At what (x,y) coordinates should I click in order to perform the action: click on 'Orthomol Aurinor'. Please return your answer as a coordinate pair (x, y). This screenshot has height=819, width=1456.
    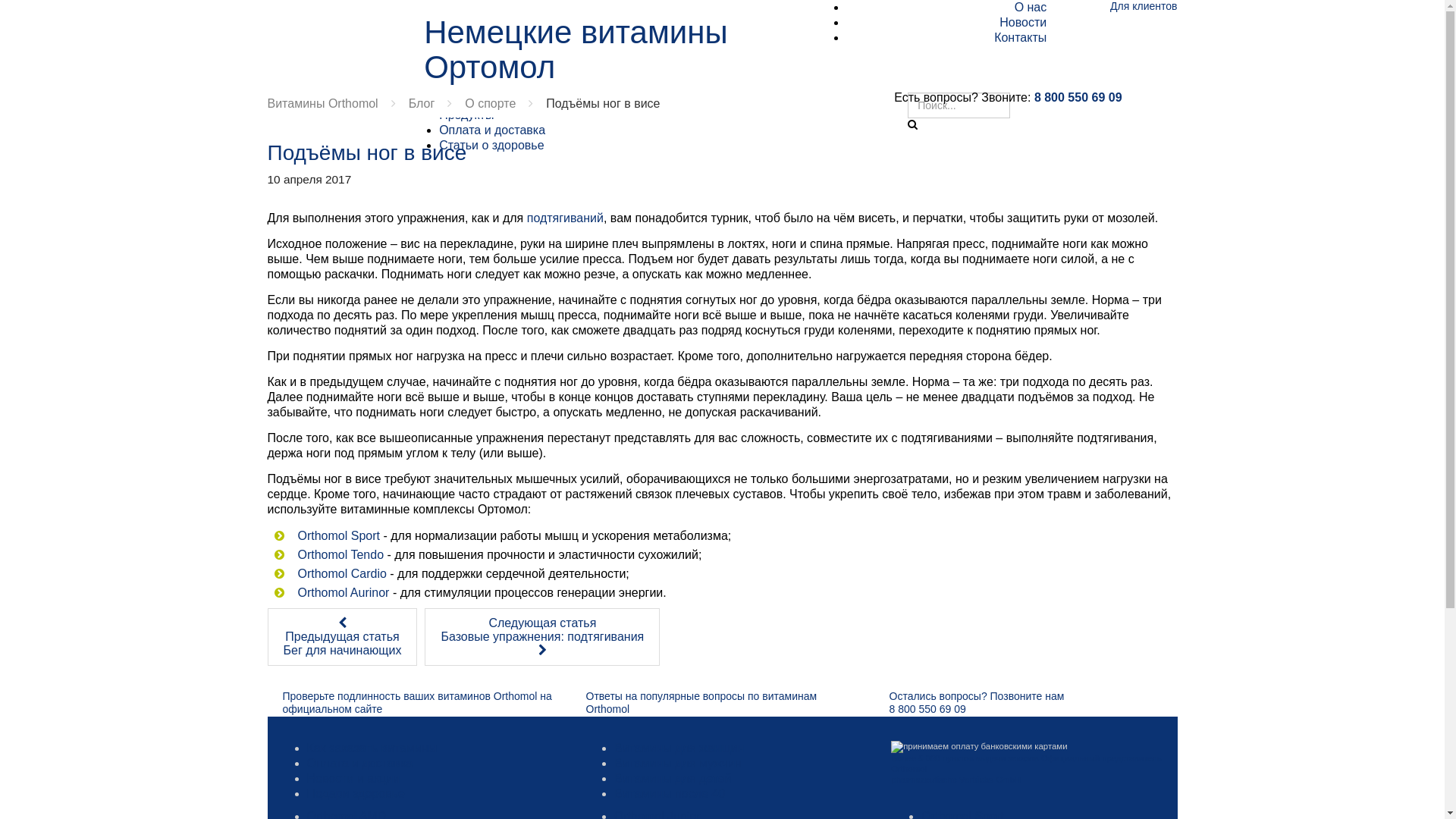
    Looking at the image, I should click on (342, 591).